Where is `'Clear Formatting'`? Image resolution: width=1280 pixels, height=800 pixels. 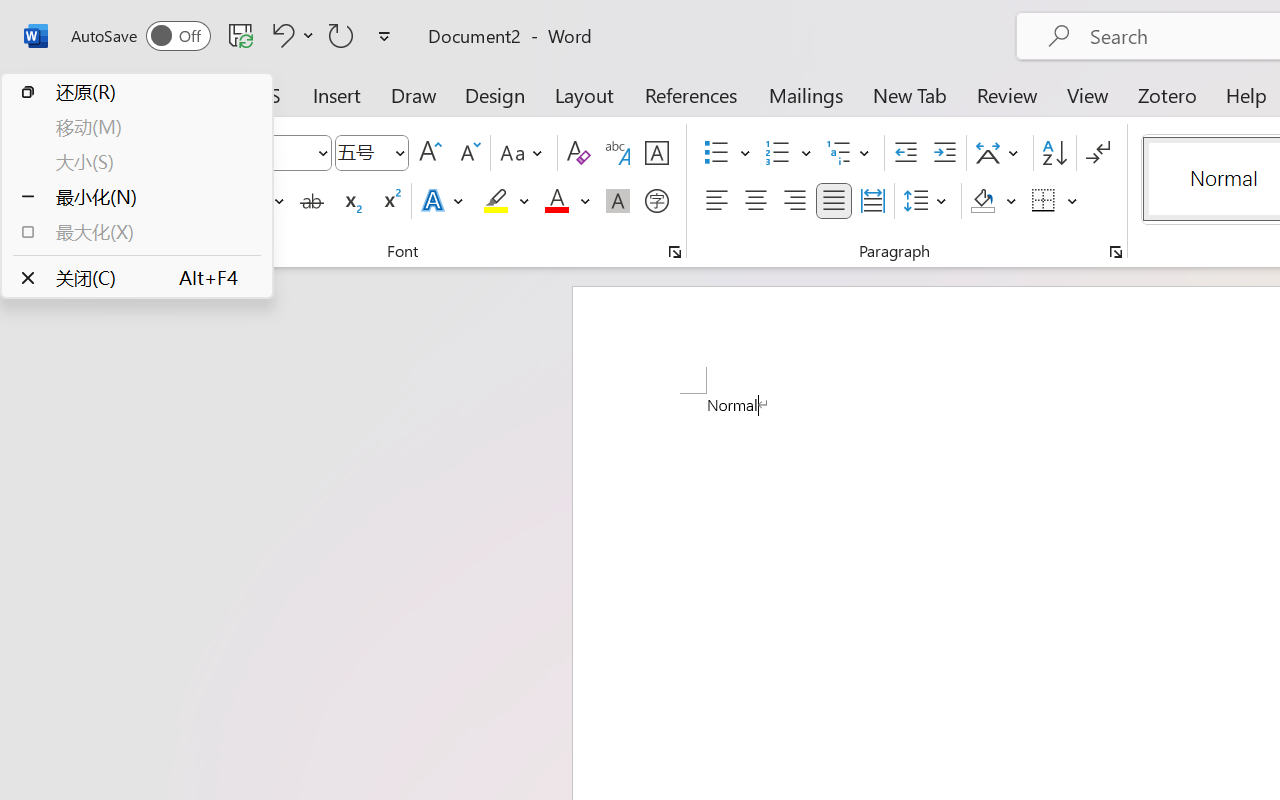
'Clear Formatting' is located at coordinates (577, 153).